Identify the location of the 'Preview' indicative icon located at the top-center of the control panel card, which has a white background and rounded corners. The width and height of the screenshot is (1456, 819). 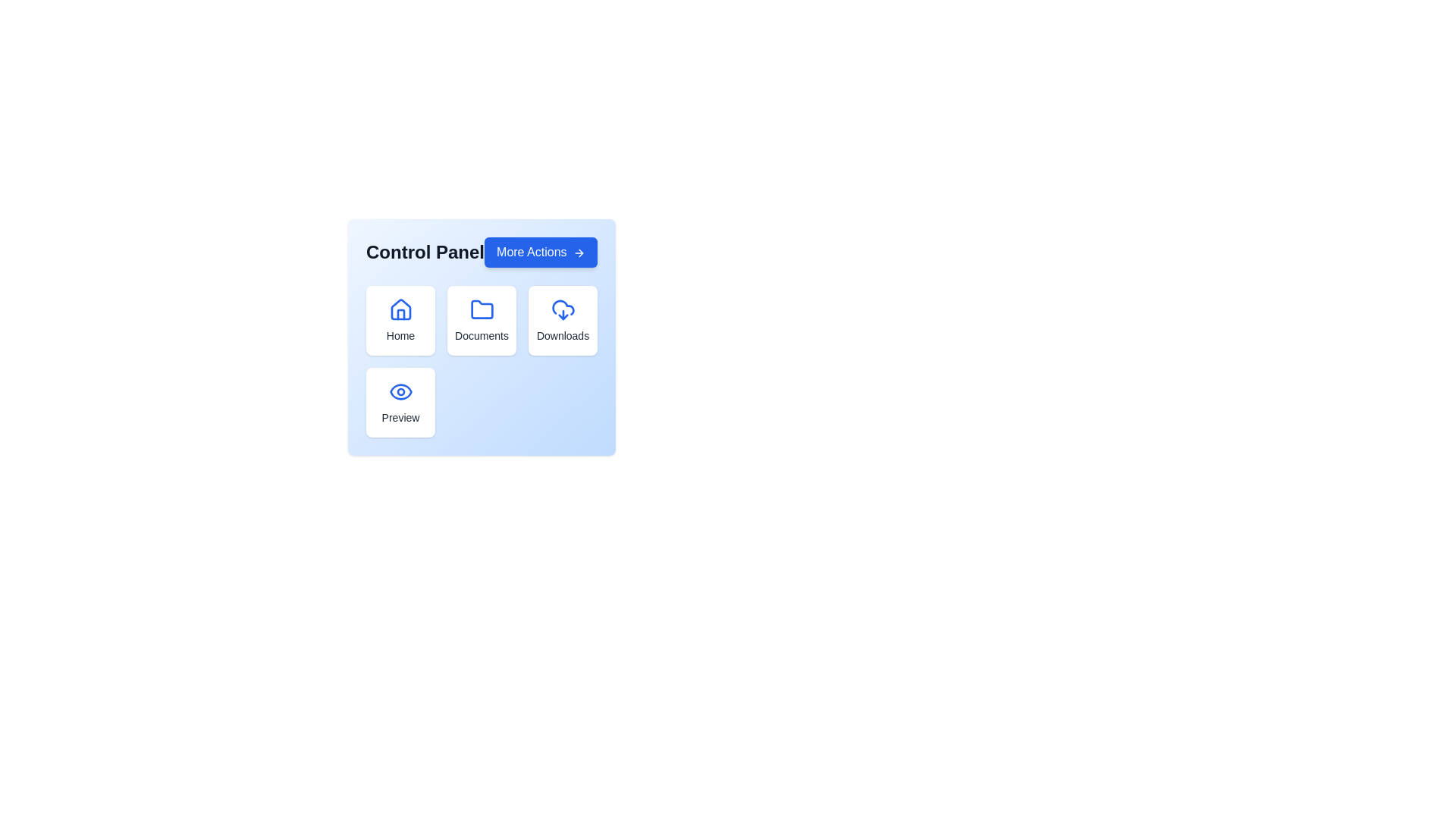
(400, 391).